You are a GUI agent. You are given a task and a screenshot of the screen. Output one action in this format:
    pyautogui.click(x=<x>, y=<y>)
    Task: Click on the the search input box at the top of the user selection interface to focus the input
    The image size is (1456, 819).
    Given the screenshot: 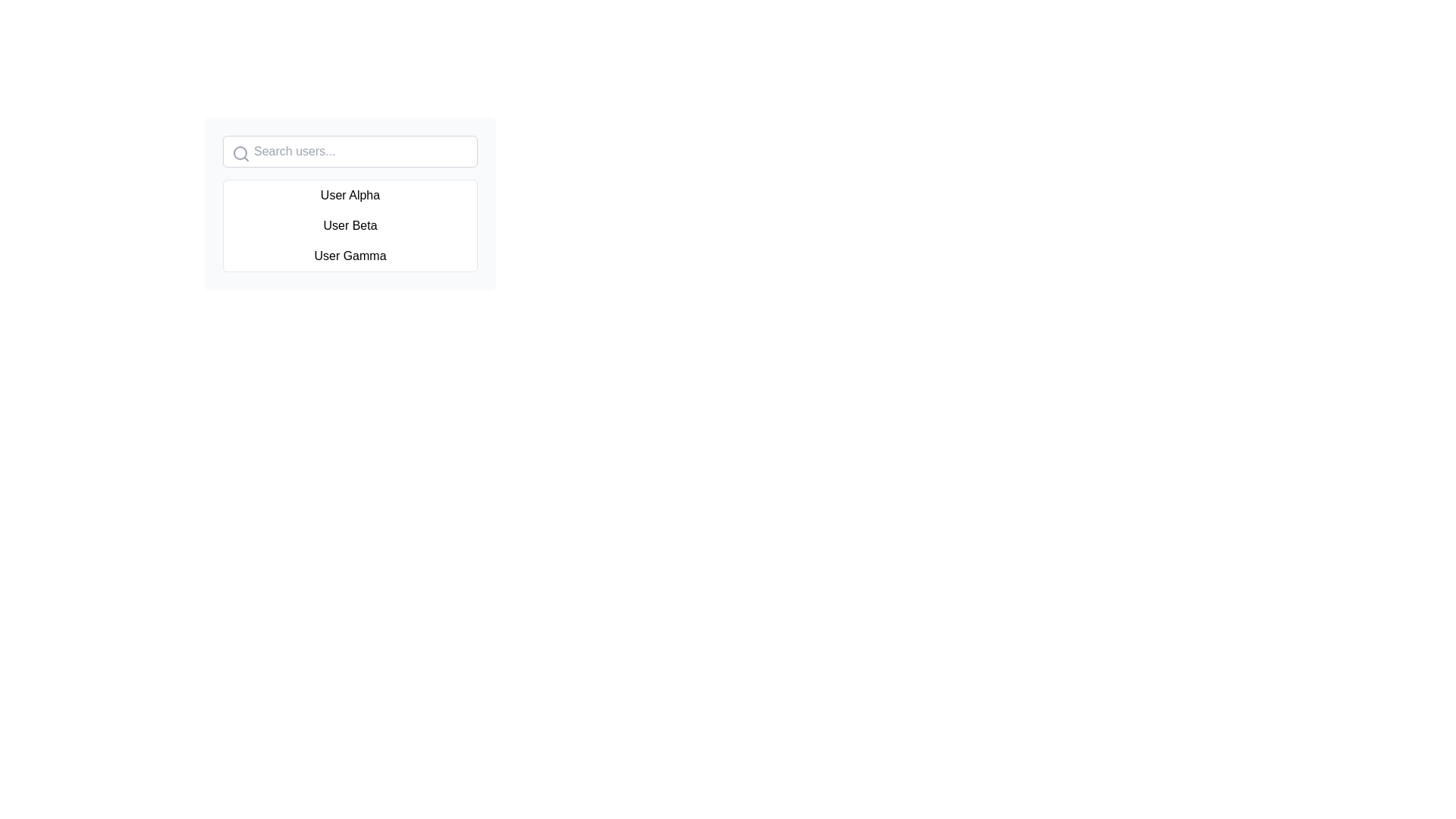 What is the action you would take?
    pyautogui.click(x=349, y=152)
    